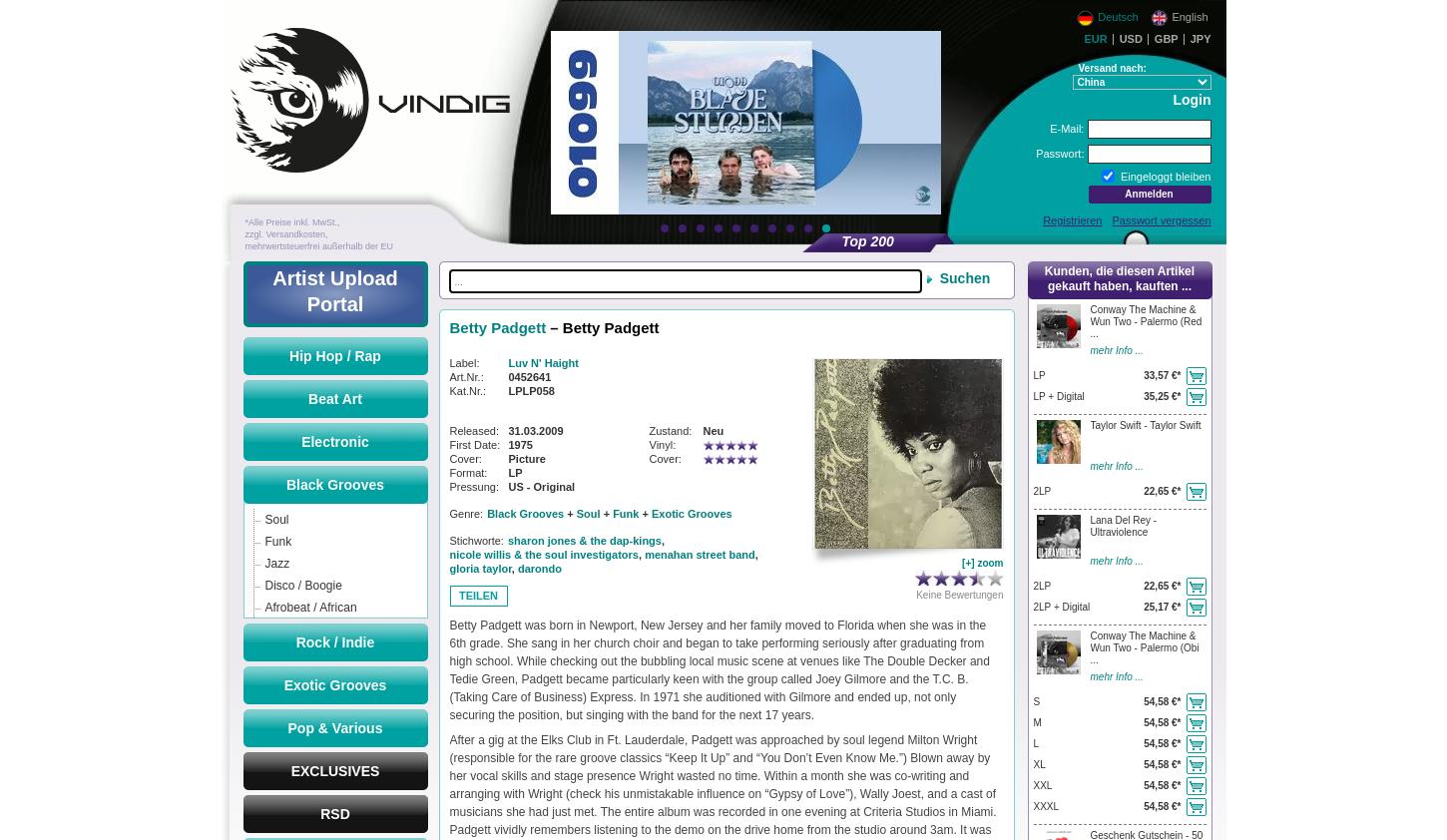 Image resolution: width=1447 pixels, height=840 pixels. Describe the element at coordinates (1094, 14) in the screenshot. I see `'Deutsch'` at that location.